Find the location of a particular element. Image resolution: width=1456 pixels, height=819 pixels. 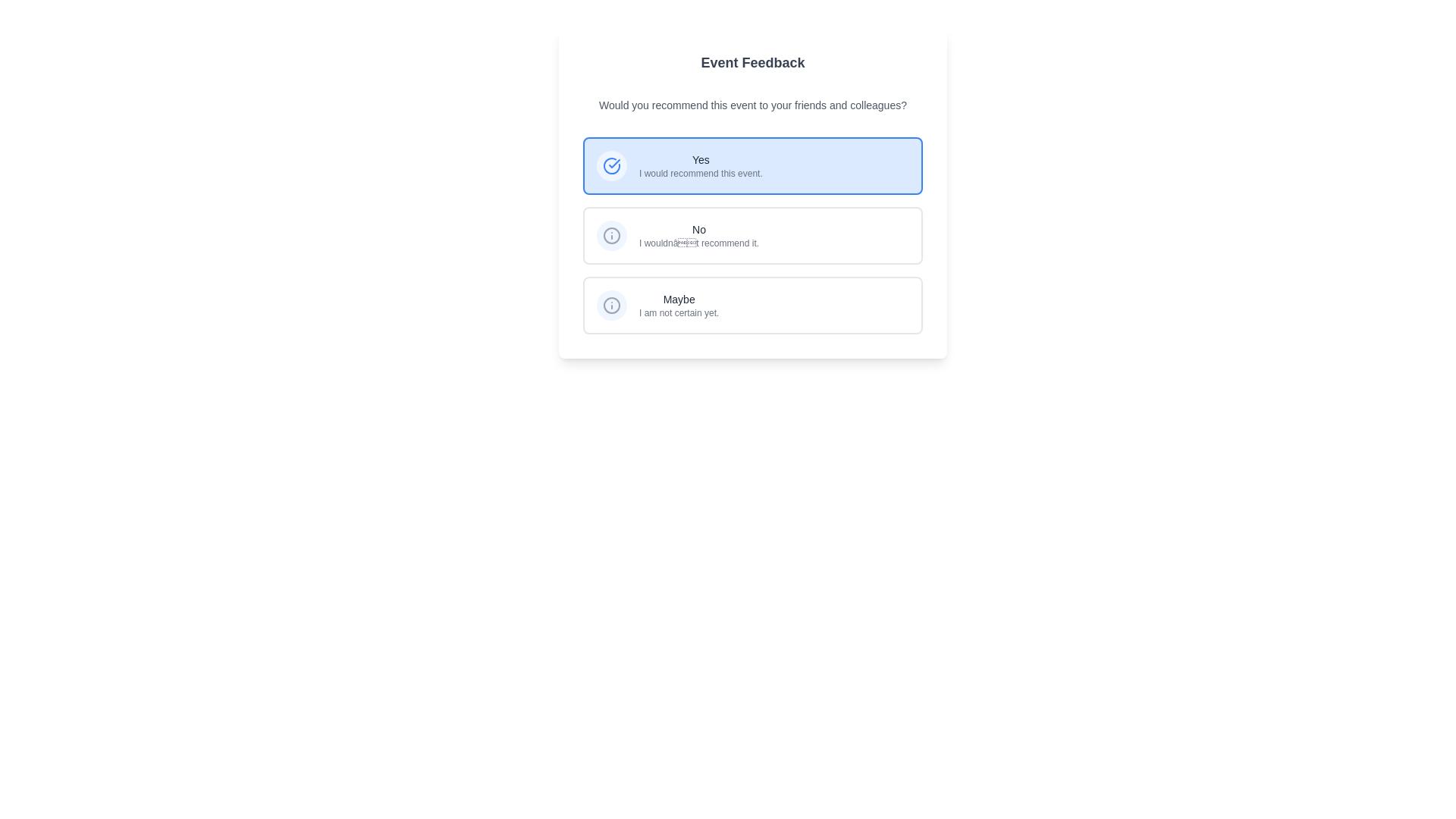

the middle button labeled 'No' with the smaller text 'I wouldn’t recommend it.' and an icon on the left is located at coordinates (753, 236).